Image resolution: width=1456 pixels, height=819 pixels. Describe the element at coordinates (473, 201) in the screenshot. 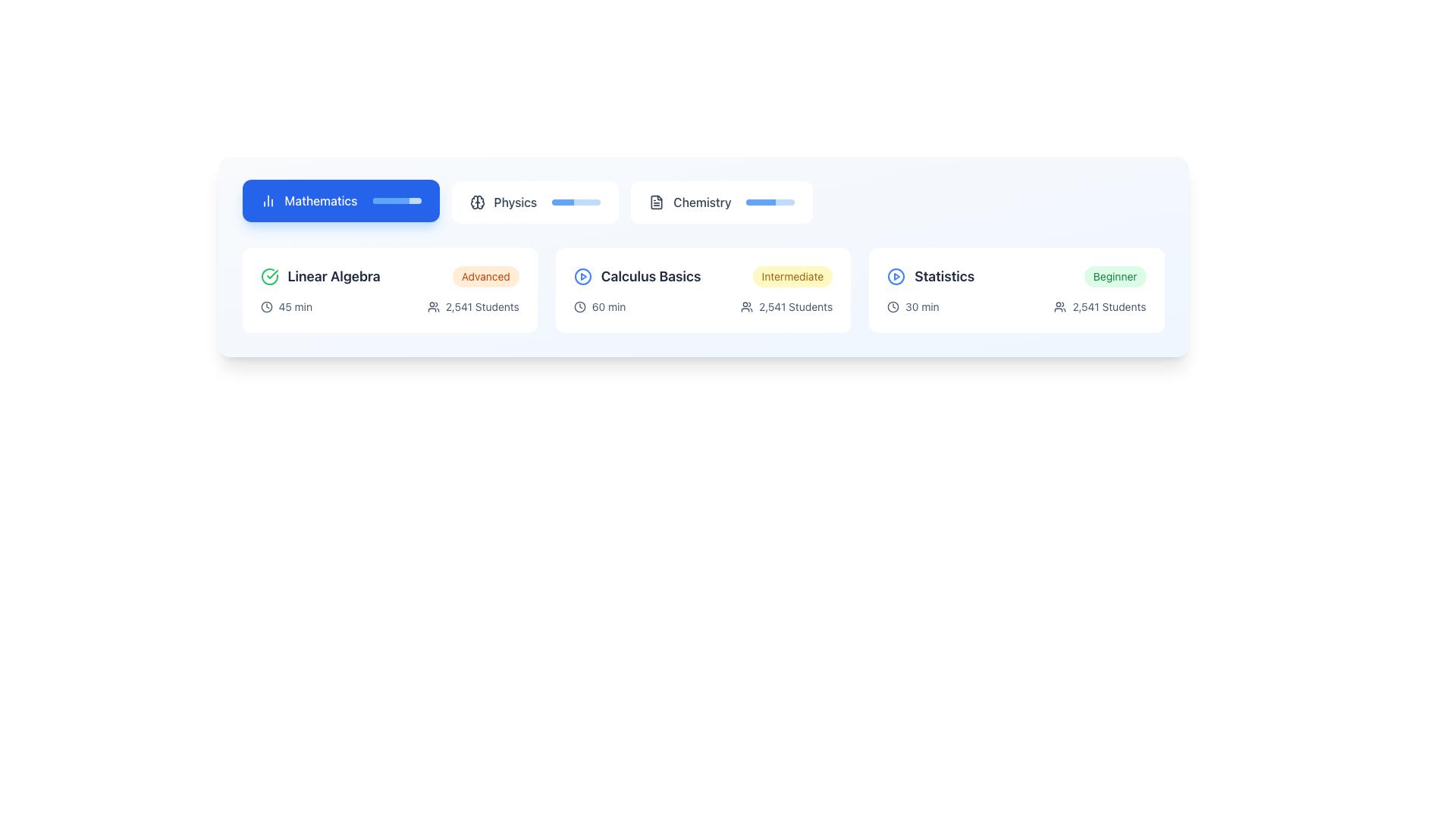

I see `the SVG graphic element that represents an intellectual or conceptual topic, located between the 'Mathematics' and 'Chemistry' sections` at that location.